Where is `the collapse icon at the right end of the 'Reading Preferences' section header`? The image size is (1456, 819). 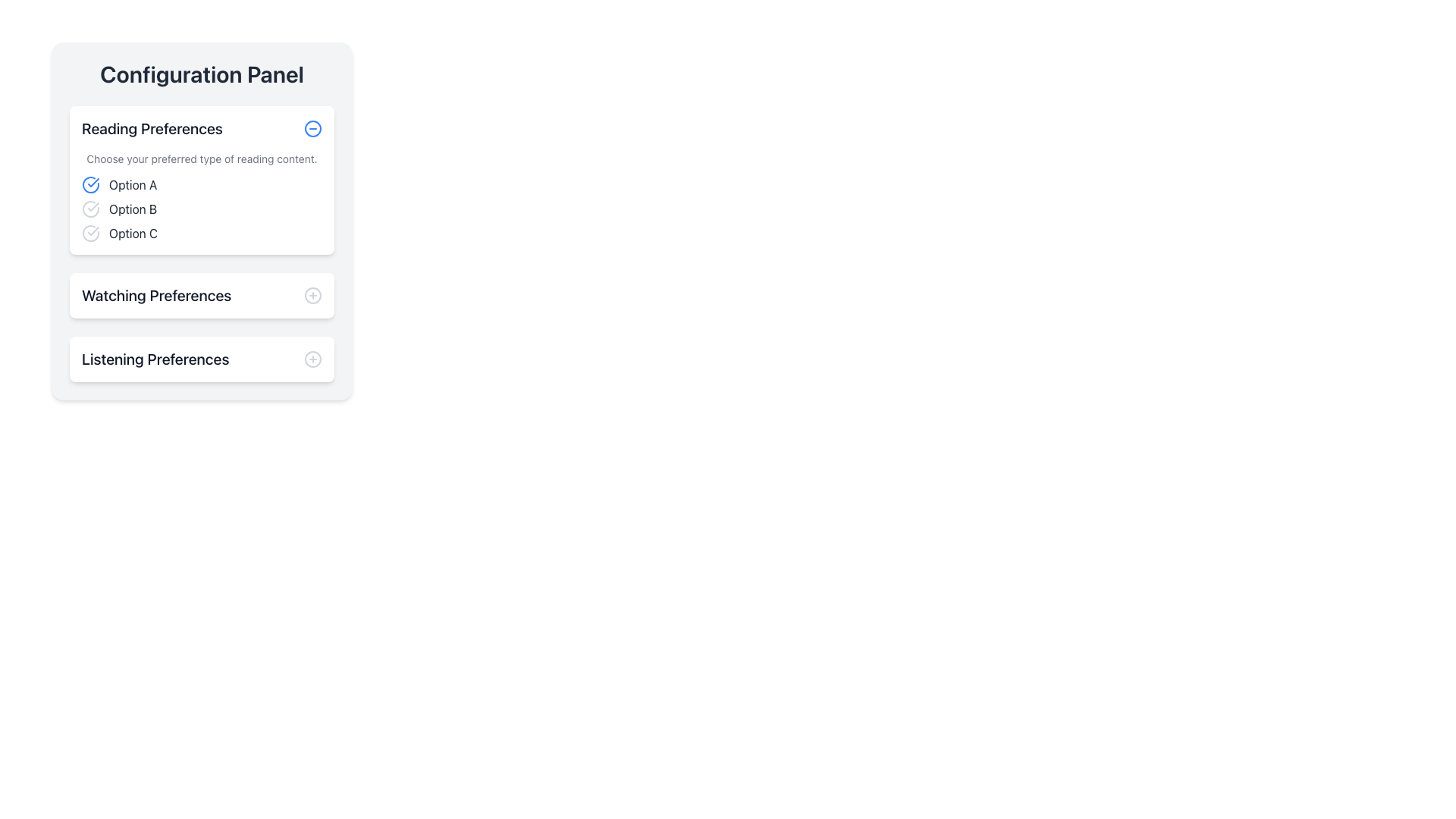 the collapse icon at the right end of the 'Reading Preferences' section header is located at coordinates (312, 127).